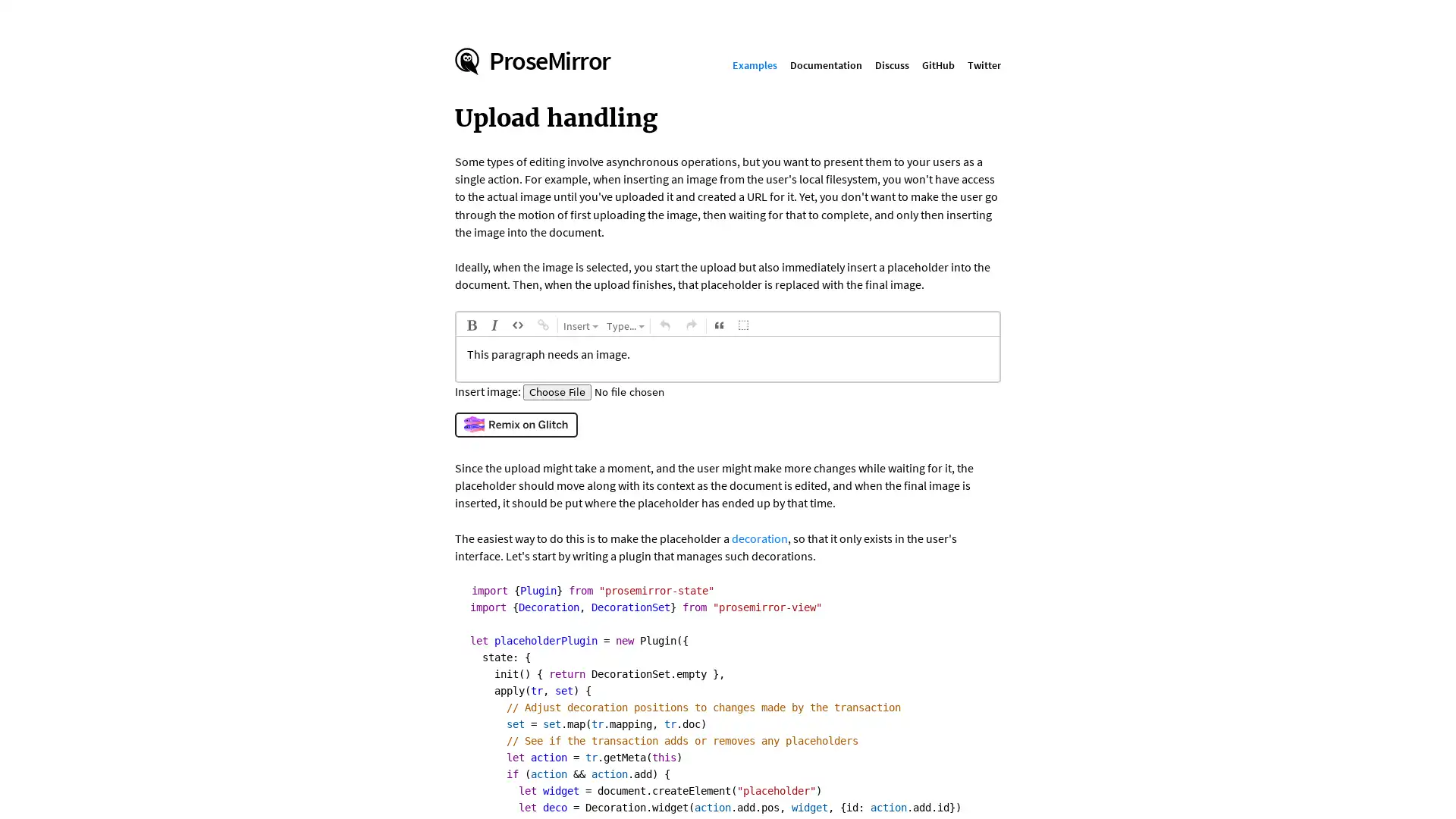  I want to click on Choose File, so click(556, 391).